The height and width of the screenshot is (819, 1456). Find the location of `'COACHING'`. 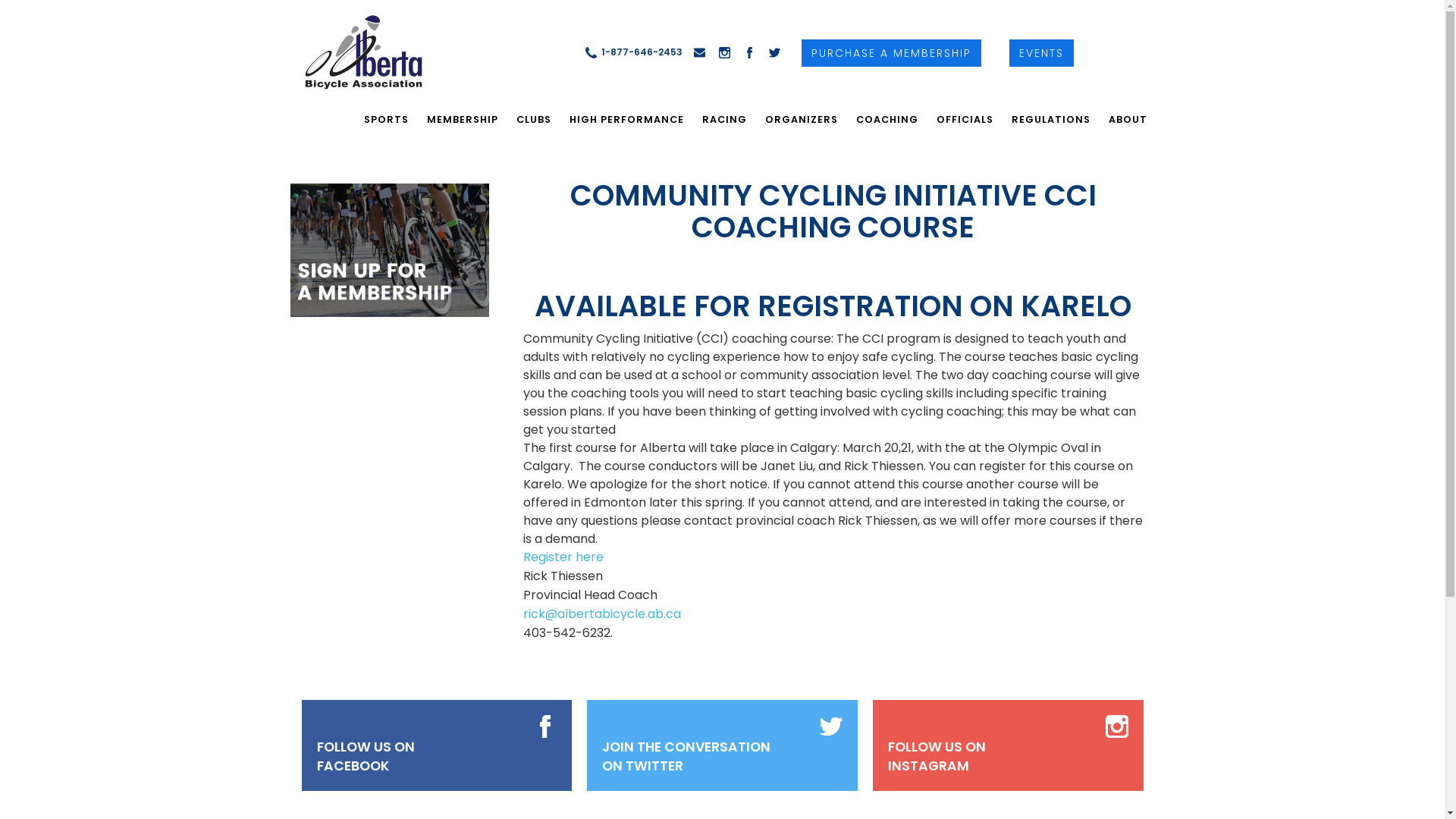

'COACHING' is located at coordinates (847, 119).